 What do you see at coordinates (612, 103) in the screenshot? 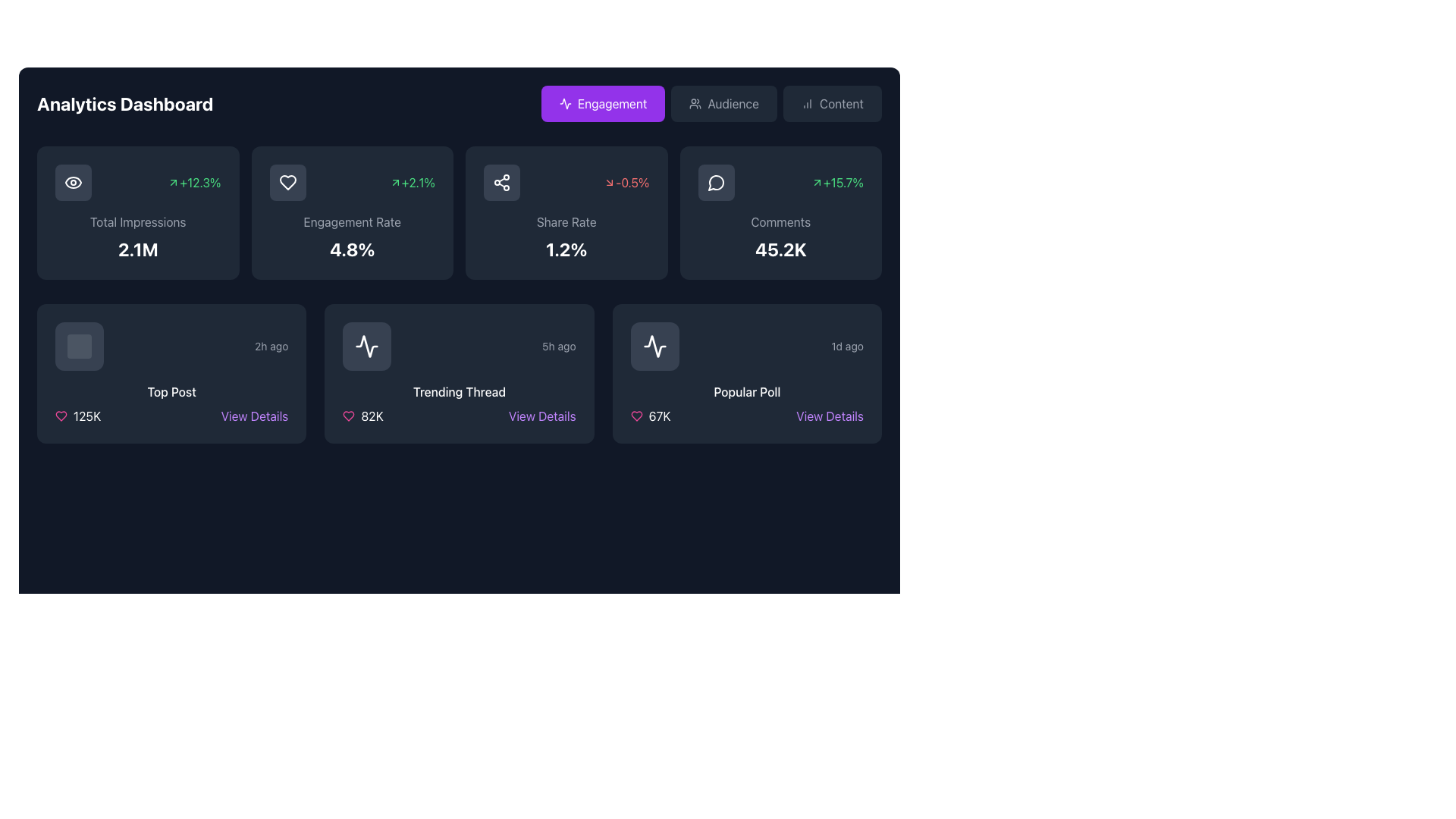
I see `the button labeled 'Engagement' which has a purple background and contains the word 'Engagement' in white bold sans-serif font` at bounding box center [612, 103].